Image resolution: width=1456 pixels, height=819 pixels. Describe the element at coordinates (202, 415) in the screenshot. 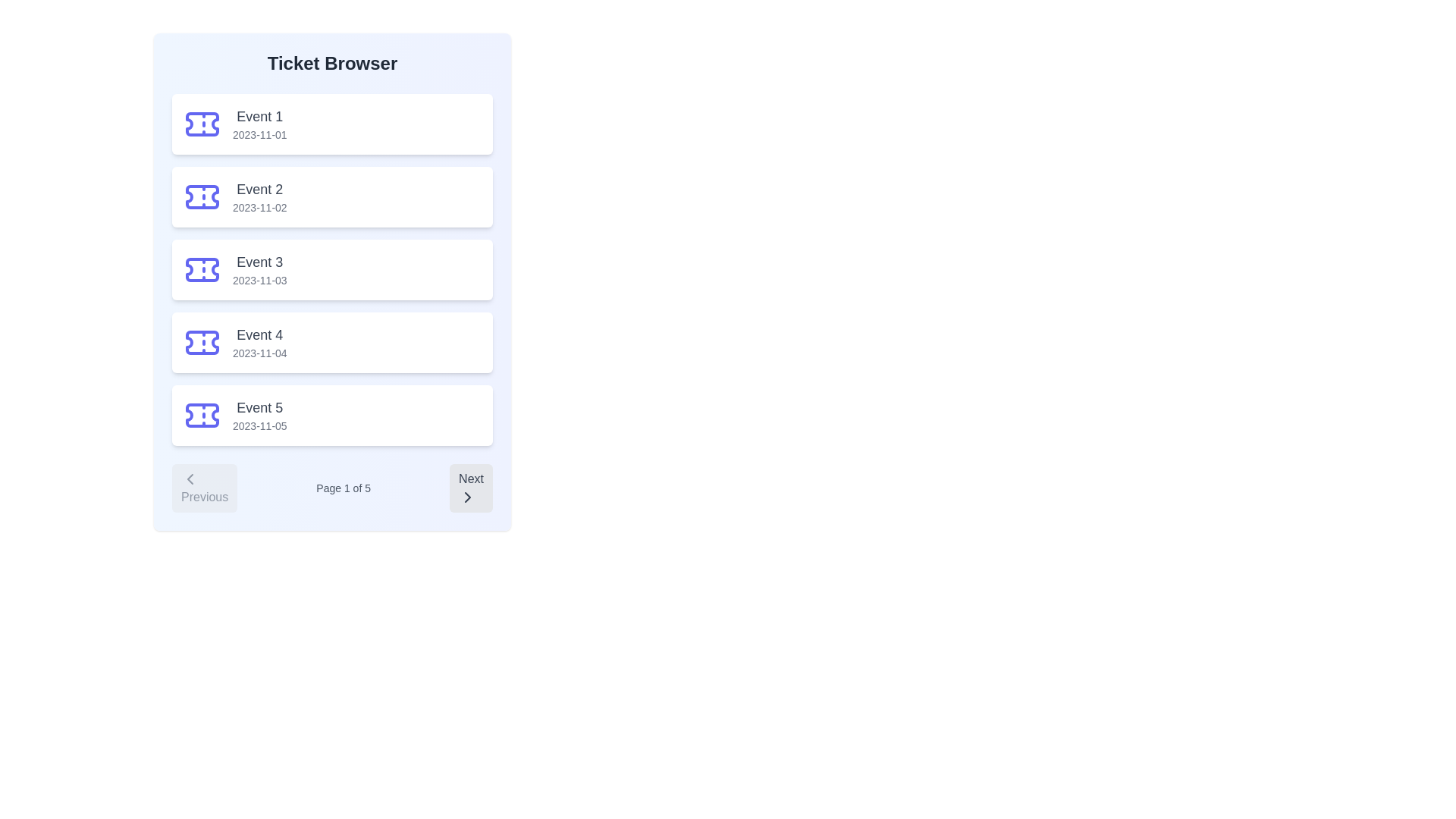

I see `the ticket icon in the fifth event block, which is indigo-colored and features rounded edges, positioned to the left of the text 'Event 5' and '2023-11-05'` at that location.